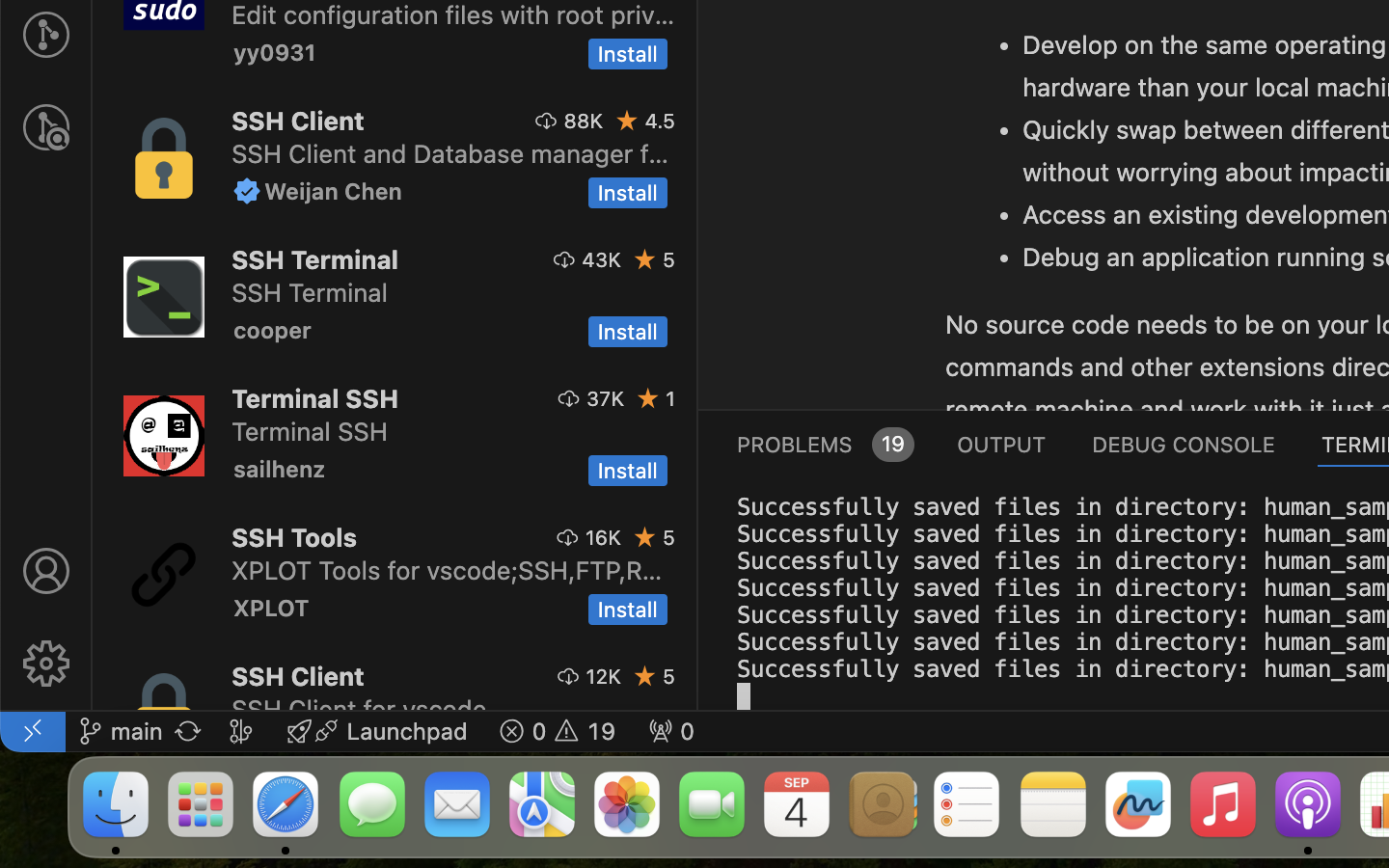 Image resolution: width=1389 pixels, height=868 pixels. What do you see at coordinates (315, 258) in the screenshot?
I see `'SSH Terminal'` at bounding box center [315, 258].